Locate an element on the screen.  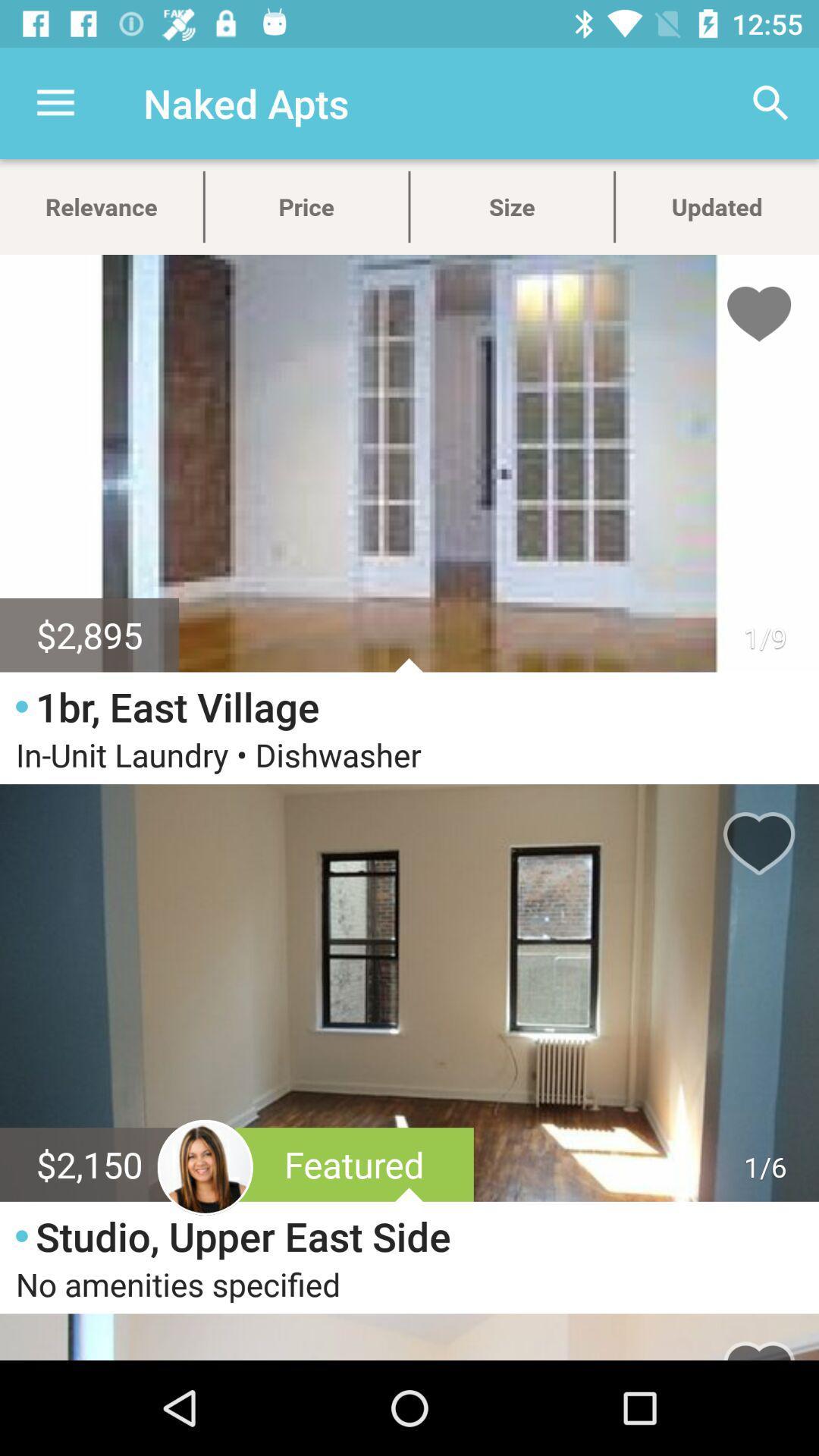
the updated is located at coordinates (717, 206).